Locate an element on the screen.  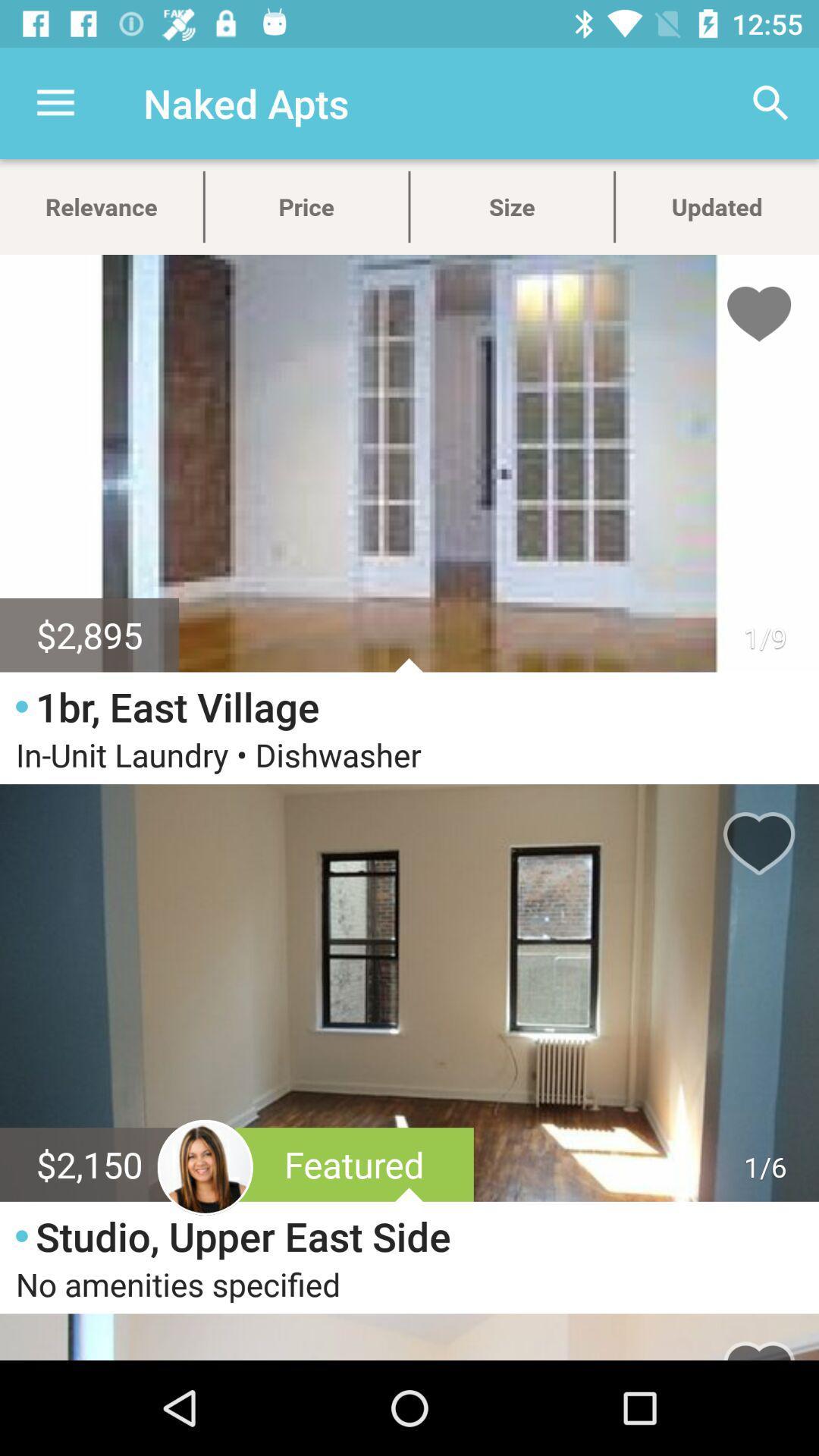
the updated is located at coordinates (717, 206).